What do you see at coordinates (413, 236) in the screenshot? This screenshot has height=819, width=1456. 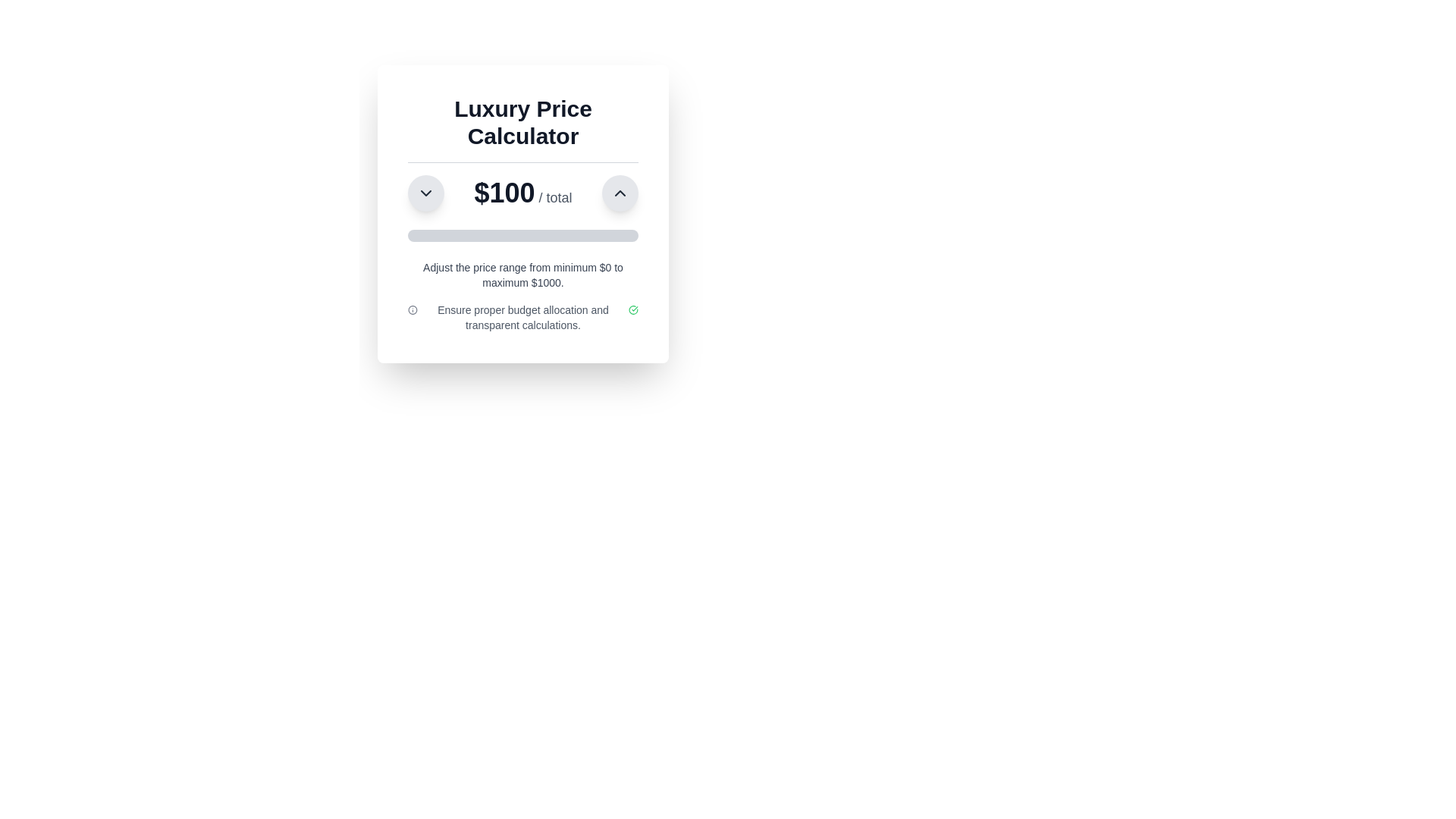 I see `the price range` at bounding box center [413, 236].